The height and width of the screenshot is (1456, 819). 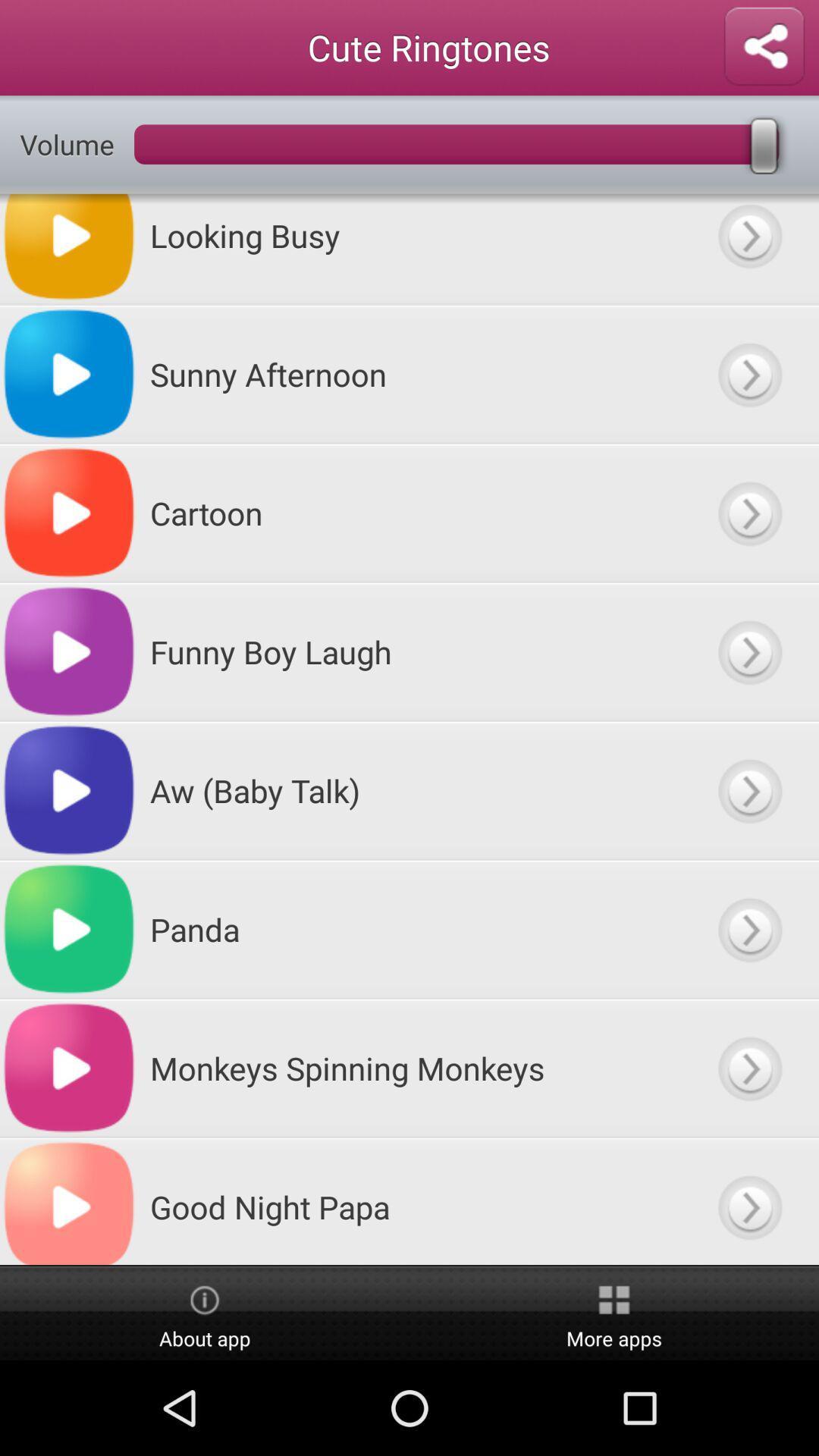 I want to click on option and go back, so click(x=748, y=249).